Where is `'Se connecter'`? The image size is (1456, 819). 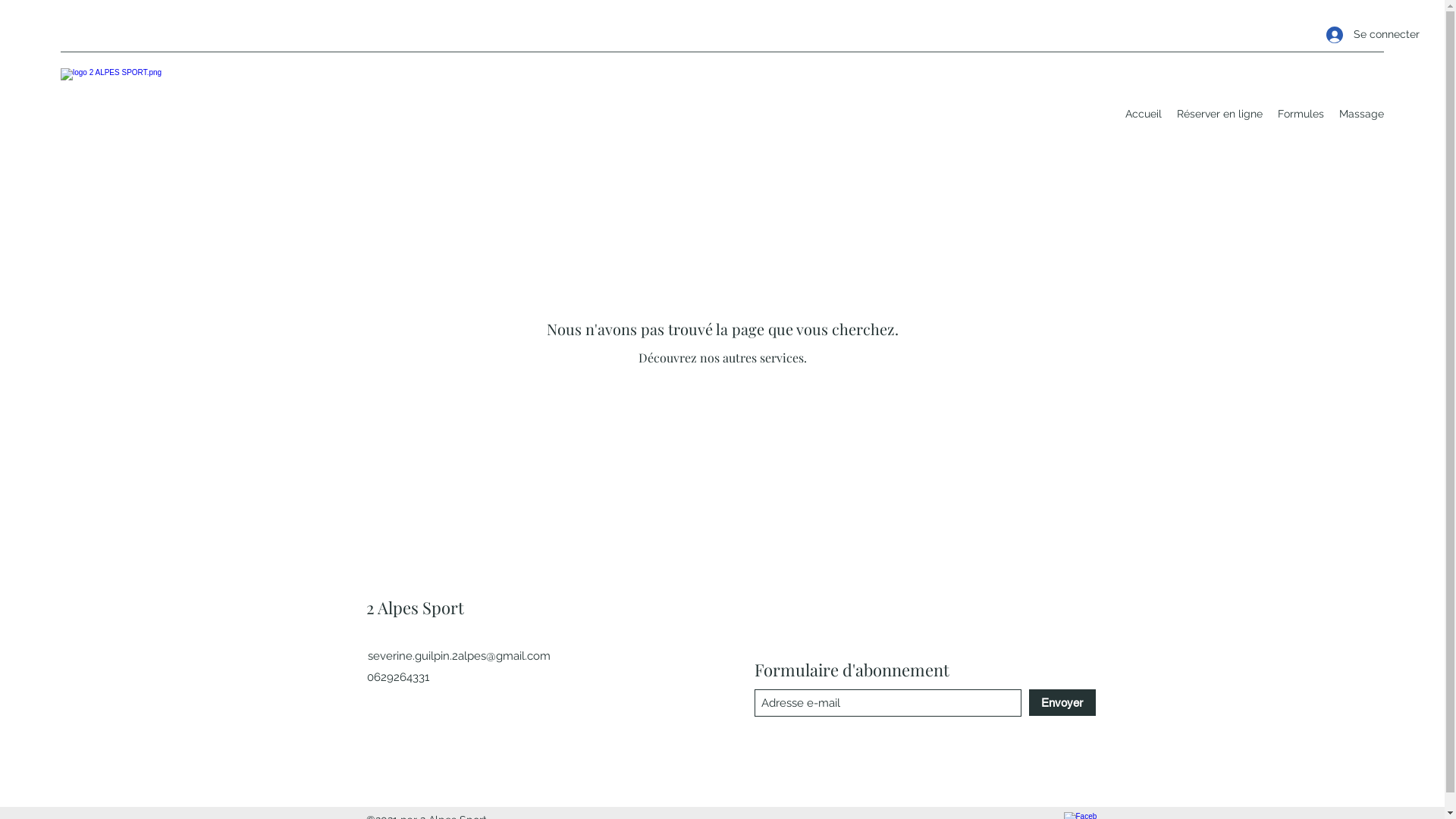
'Se connecter' is located at coordinates (1350, 34).